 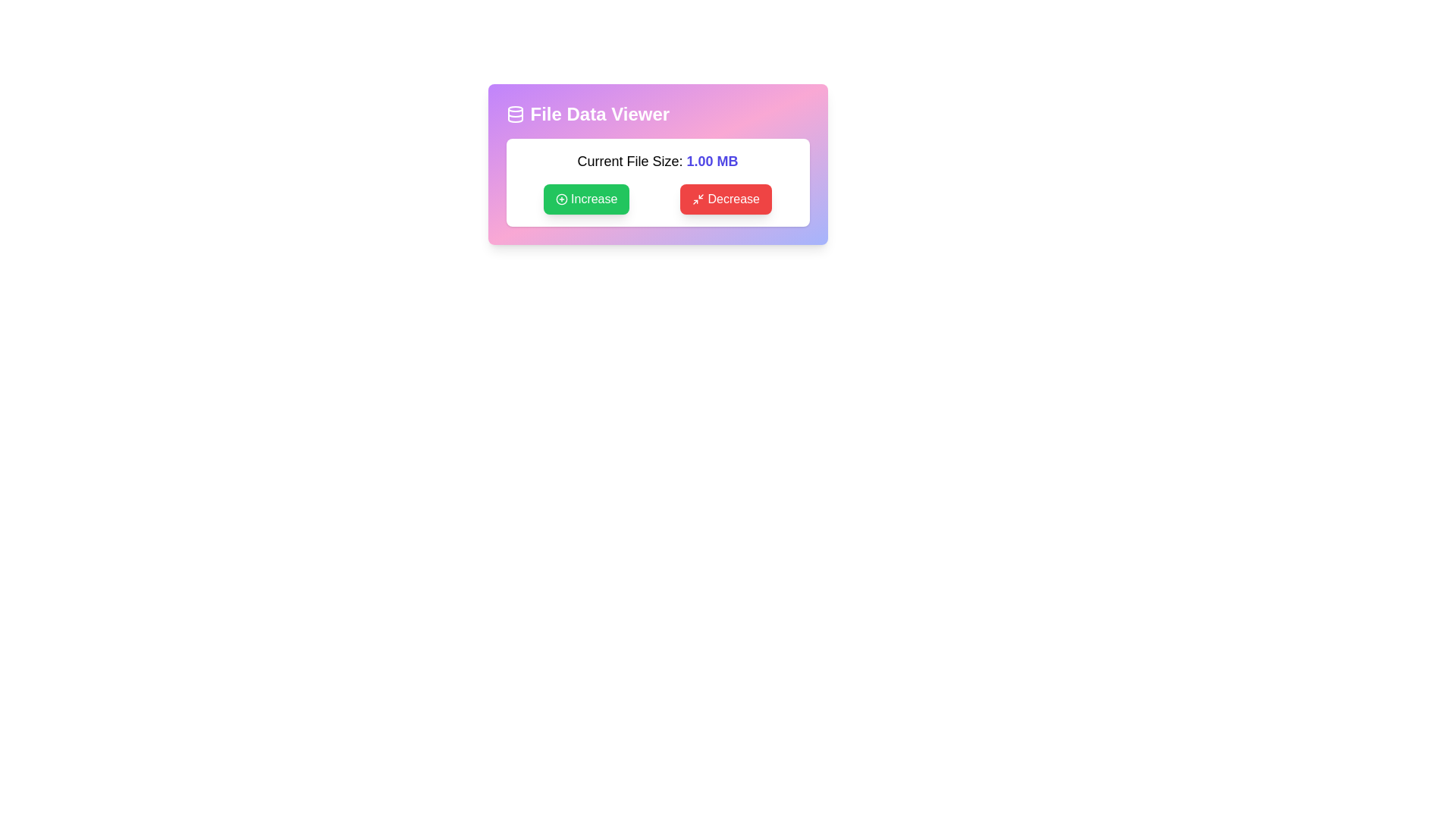 What do you see at coordinates (657, 113) in the screenshot?
I see `the title or header label with an accompanying icon at the top section of the card representing file data` at bounding box center [657, 113].